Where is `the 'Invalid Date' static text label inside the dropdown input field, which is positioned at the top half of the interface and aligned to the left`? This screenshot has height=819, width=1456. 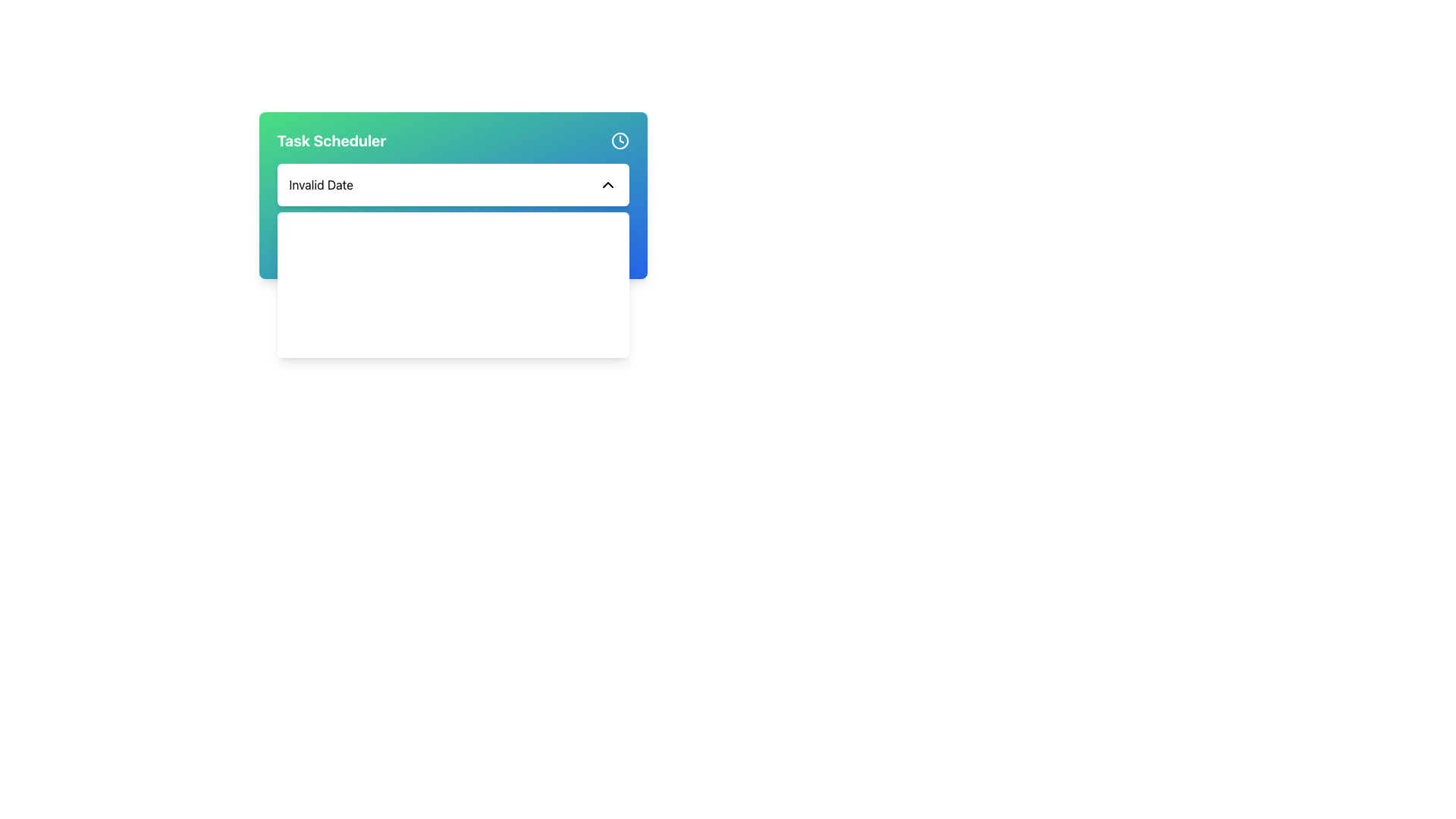
the 'Invalid Date' static text label inside the dropdown input field, which is positioned at the top half of the interface and aligned to the left is located at coordinates (320, 184).